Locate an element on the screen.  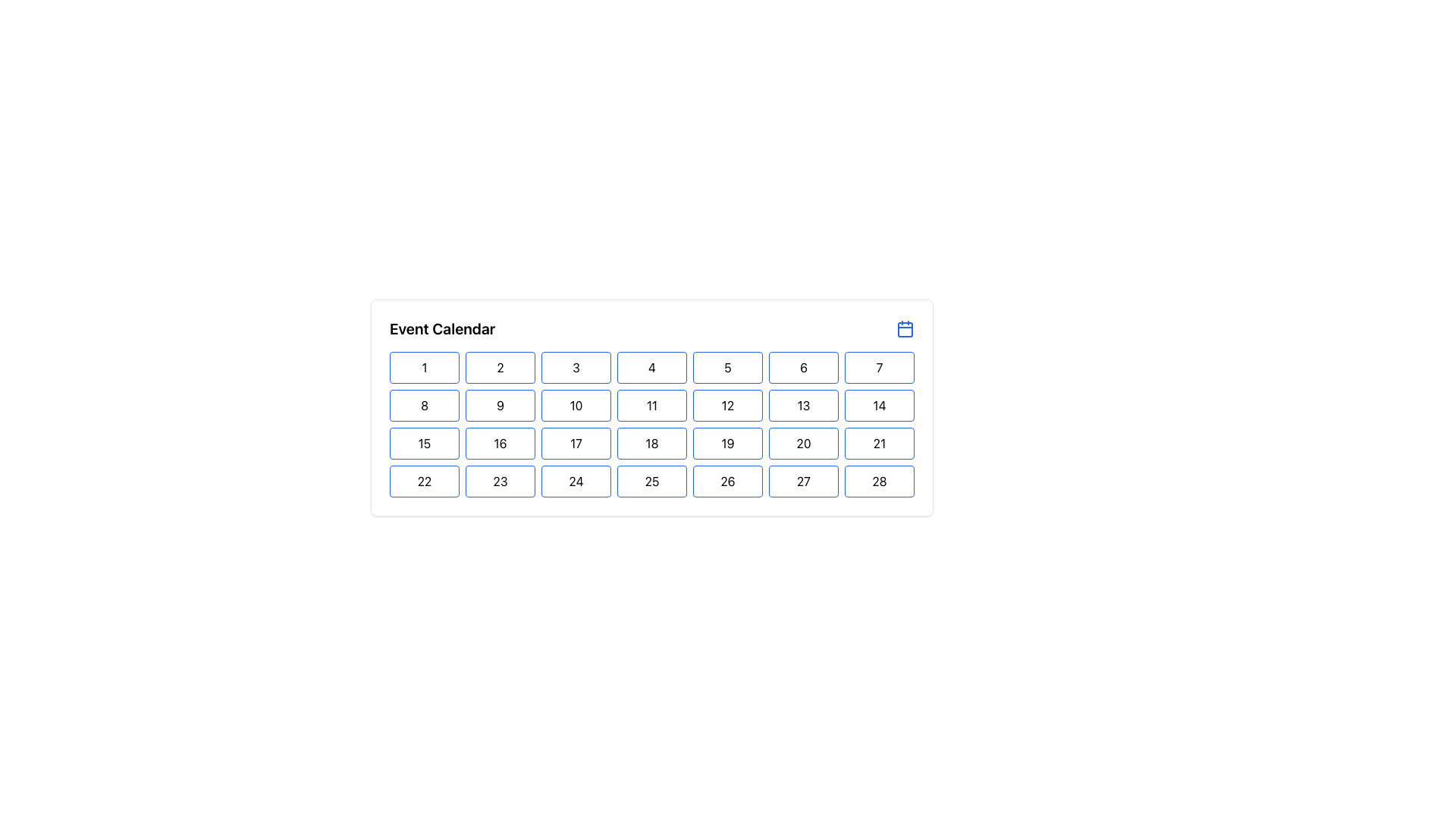
the seventh day button in the calendar view is located at coordinates (880, 368).